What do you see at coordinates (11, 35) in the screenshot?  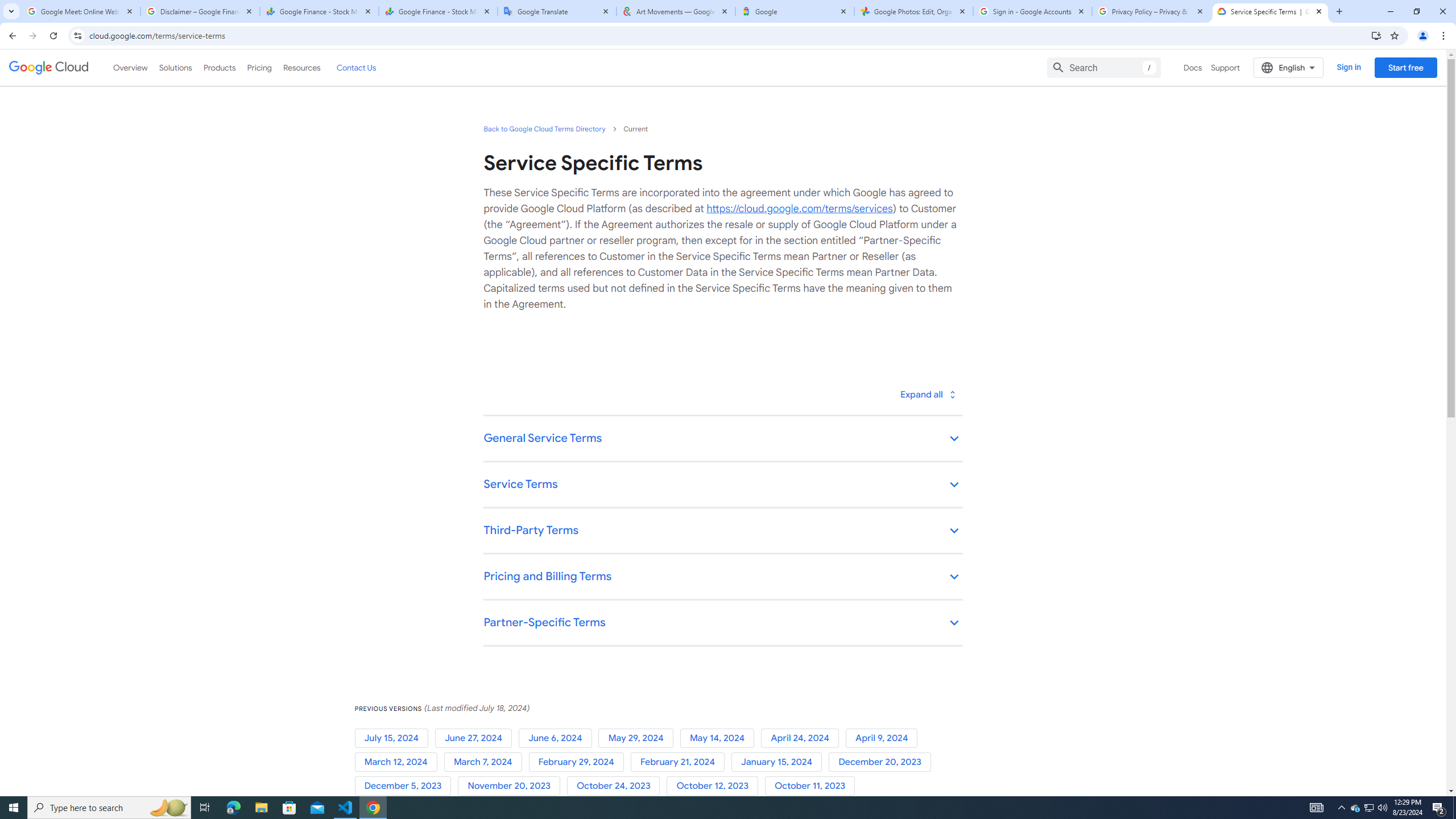 I see `'Back'` at bounding box center [11, 35].